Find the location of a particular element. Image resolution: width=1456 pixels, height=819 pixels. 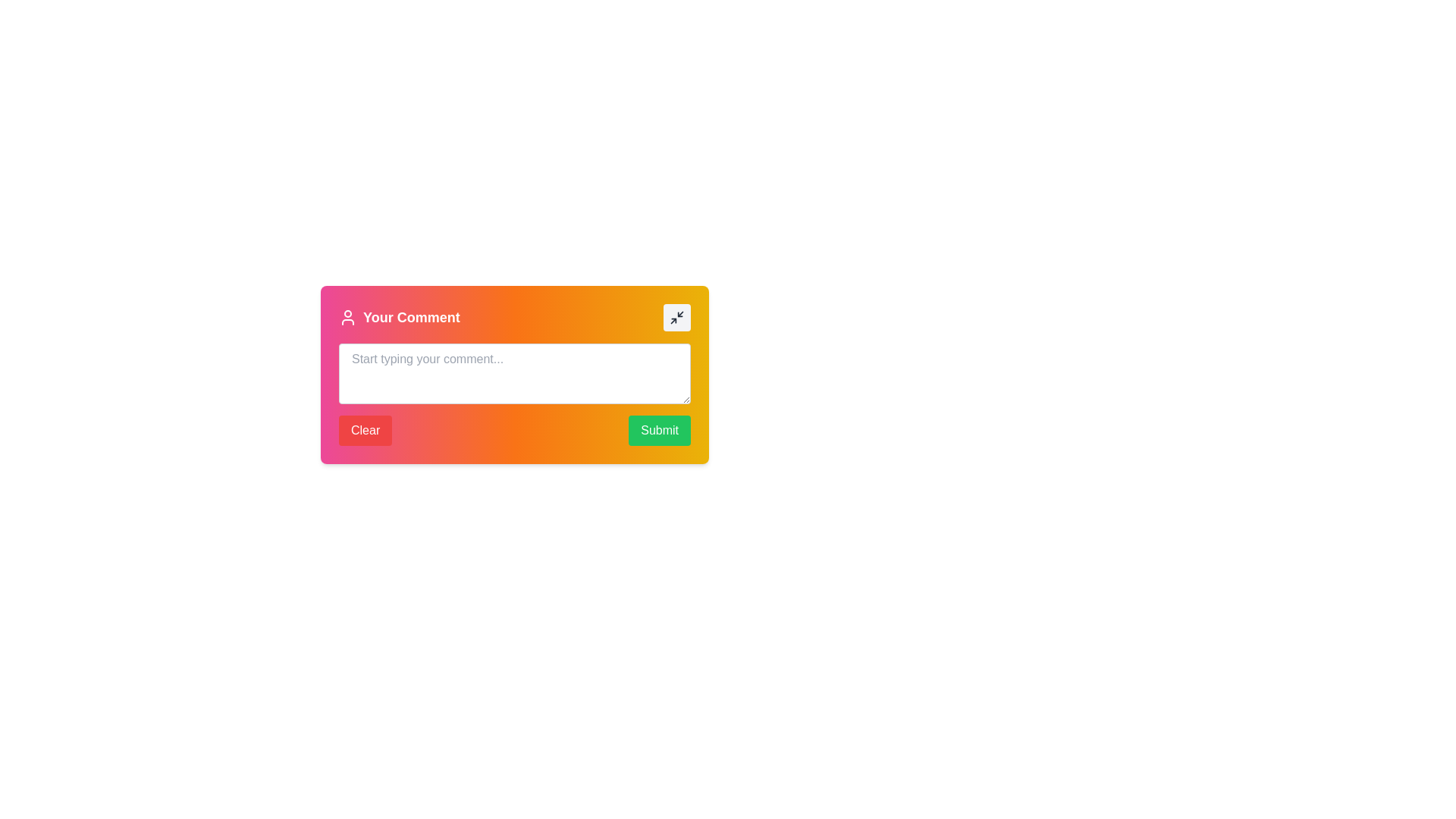

the Text Label that describes the purpose of the section or input field below it, located to the right of a user silhouette icon is located at coordinates (411, 317).